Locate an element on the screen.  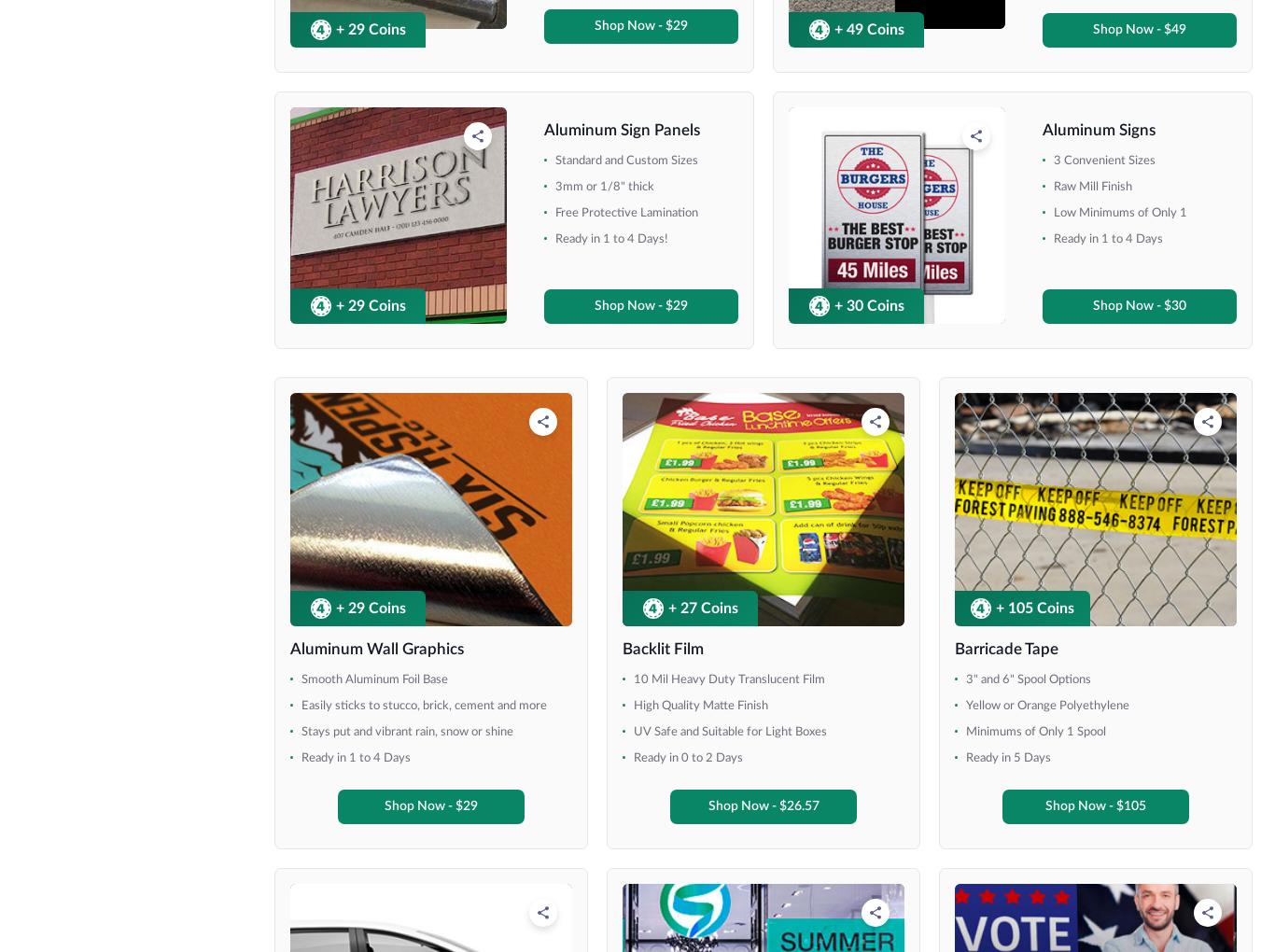
'20" x 30"' is located at coordinates (77, 320).